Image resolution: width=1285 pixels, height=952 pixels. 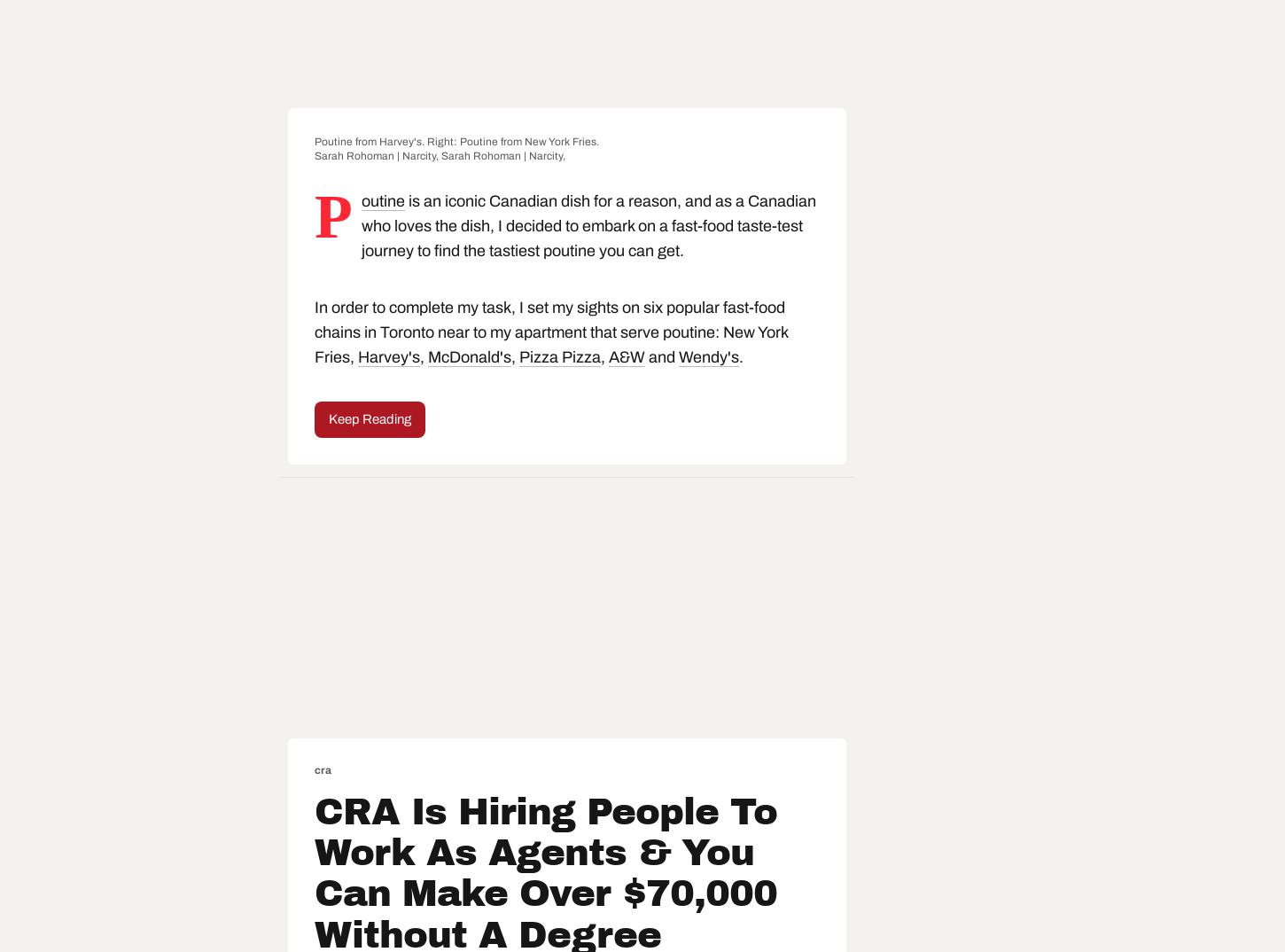 I want to click on 'McDonald's', so click(x=469, y=356).